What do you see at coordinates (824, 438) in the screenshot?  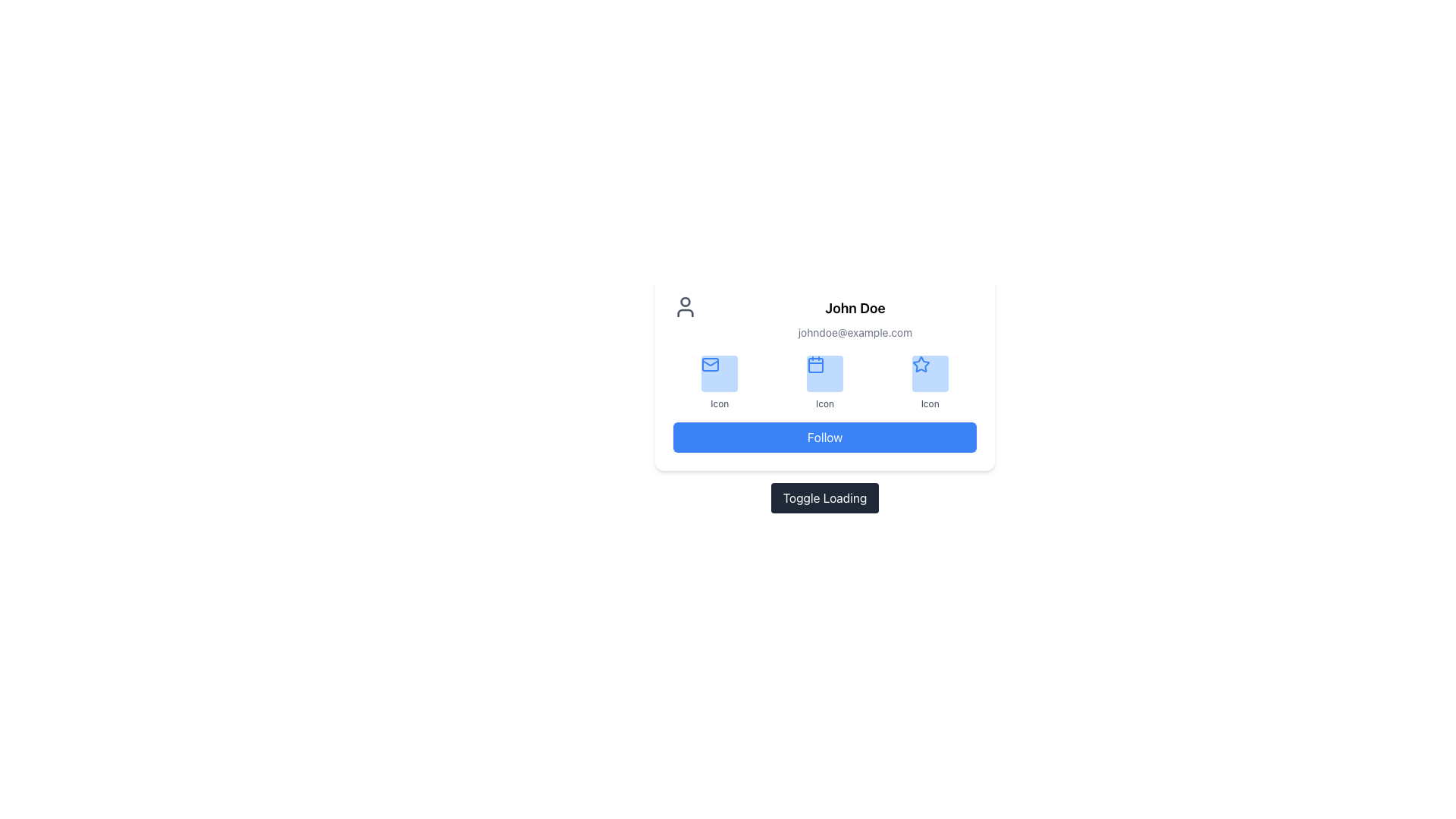 I see `the rounded rectangular button with a blue background and white text labeled 'Follow'` at bounding box center [824, 438].